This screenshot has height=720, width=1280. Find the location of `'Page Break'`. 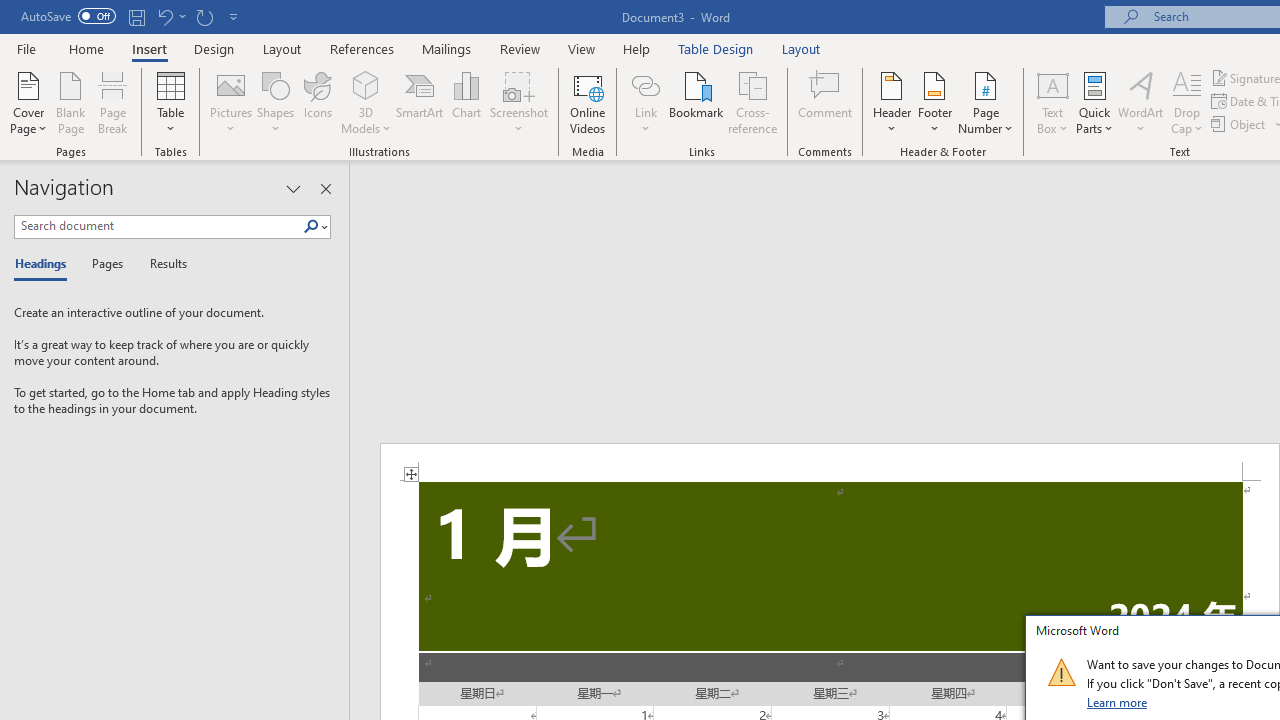

'Page Break' is located at coordinates (112, 103).